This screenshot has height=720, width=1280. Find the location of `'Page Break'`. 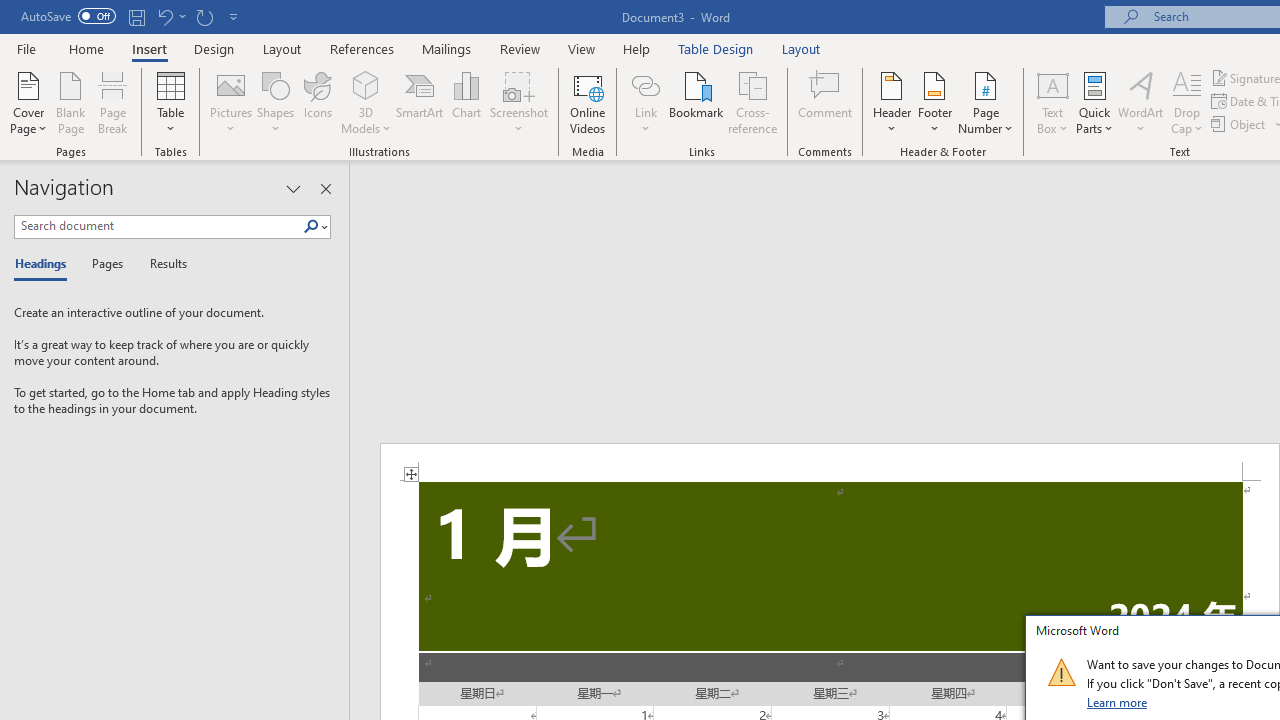

'Page Break' is located at coordinates (112, 103).